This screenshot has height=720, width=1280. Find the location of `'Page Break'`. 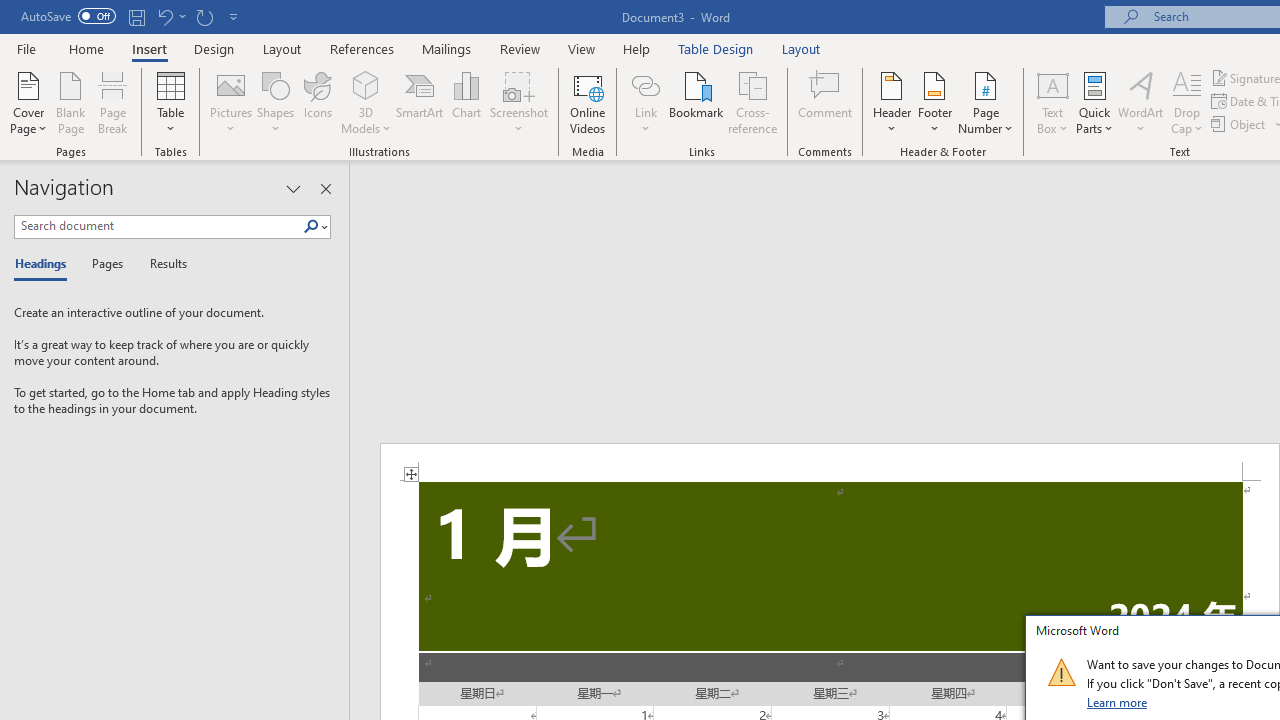

'Page Break' is located at coordinates (112, 103).